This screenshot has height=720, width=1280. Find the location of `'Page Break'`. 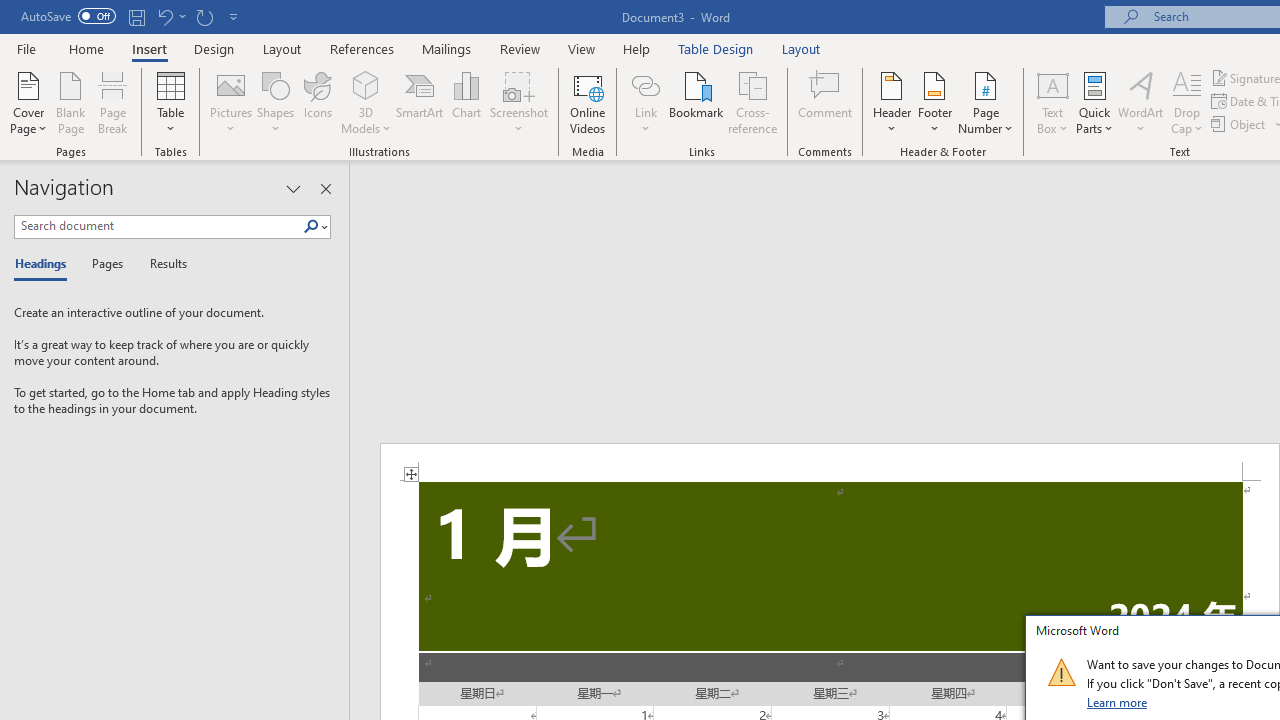

'Page Break' is located at coordinates (112, 103).